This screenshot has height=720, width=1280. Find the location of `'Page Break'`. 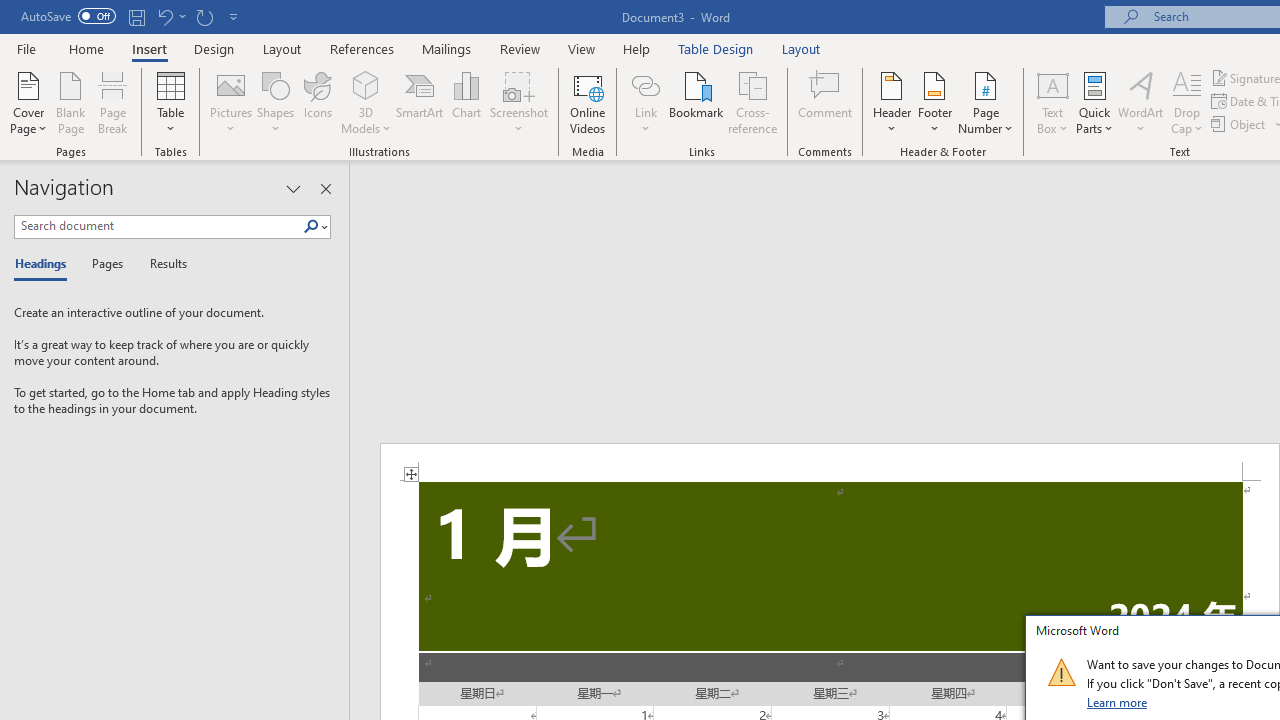

'Page Break' is located at coordinates (112, 103).